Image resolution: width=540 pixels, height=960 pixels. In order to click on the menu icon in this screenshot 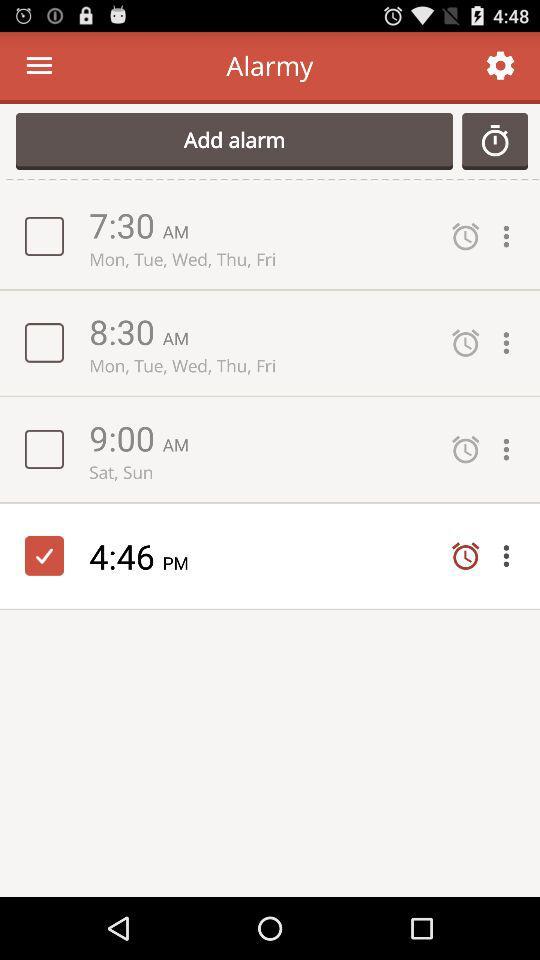, I will do `click(39, 70)`.